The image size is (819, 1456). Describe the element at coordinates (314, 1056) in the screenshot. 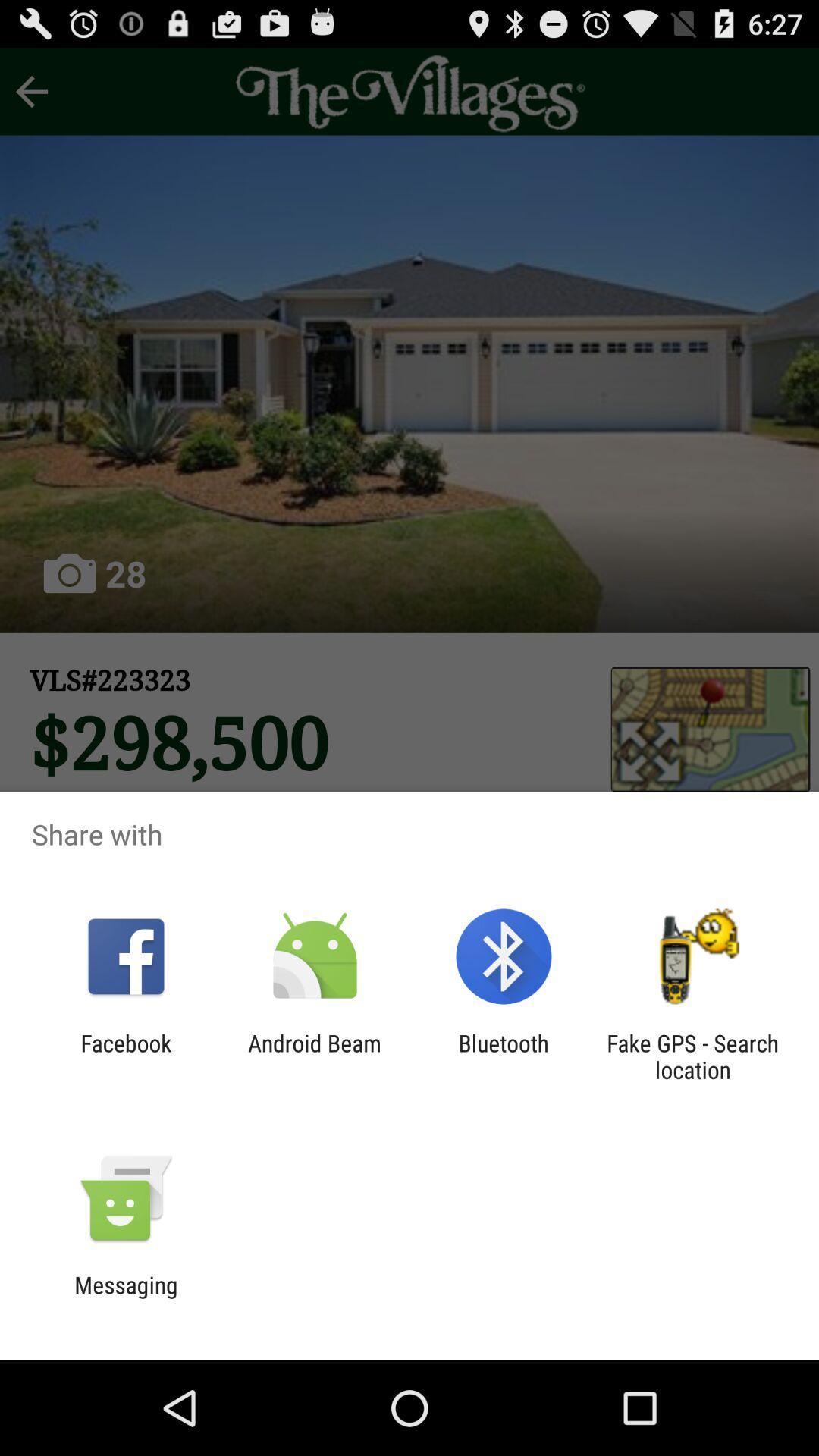

I see `the icon to the left of bluetooth item` at that location.